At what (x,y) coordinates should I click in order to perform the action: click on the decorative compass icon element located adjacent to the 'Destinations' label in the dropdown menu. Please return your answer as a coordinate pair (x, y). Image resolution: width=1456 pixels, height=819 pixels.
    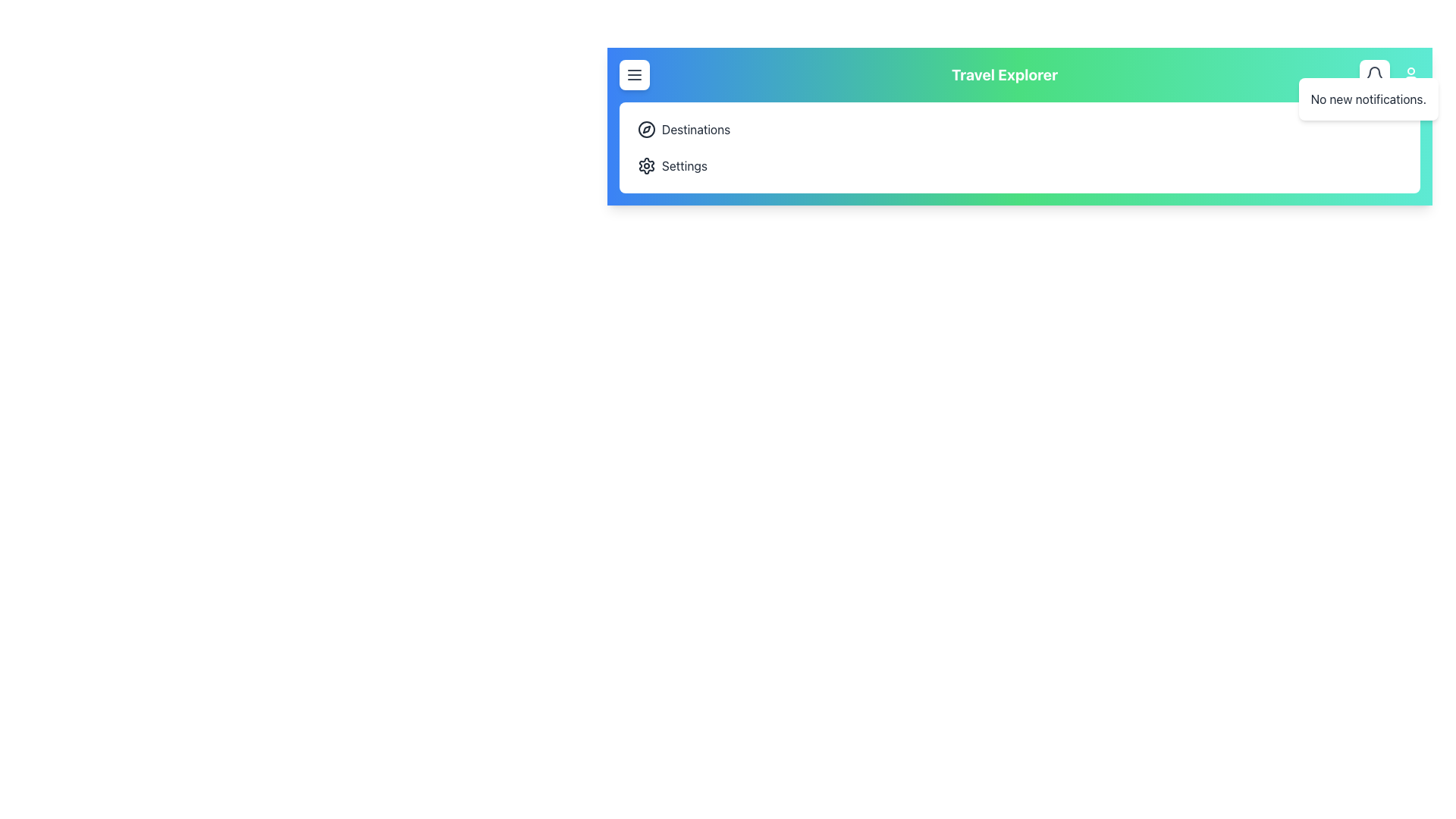
    Looking at the image, I should click on (647, 128).